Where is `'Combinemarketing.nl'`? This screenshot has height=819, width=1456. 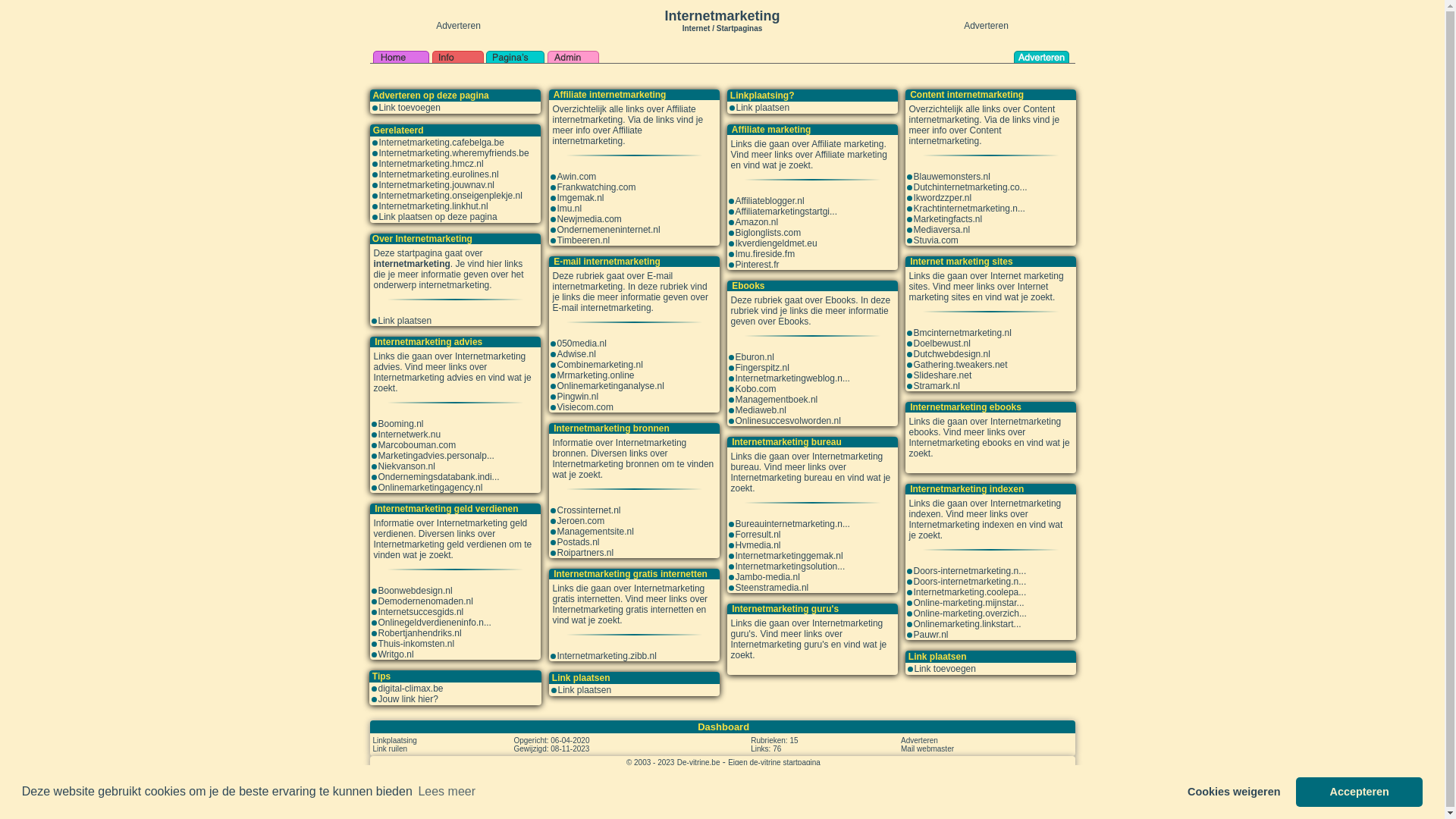
'Combinemarketing.nl' is located at coordinates (556, 365).